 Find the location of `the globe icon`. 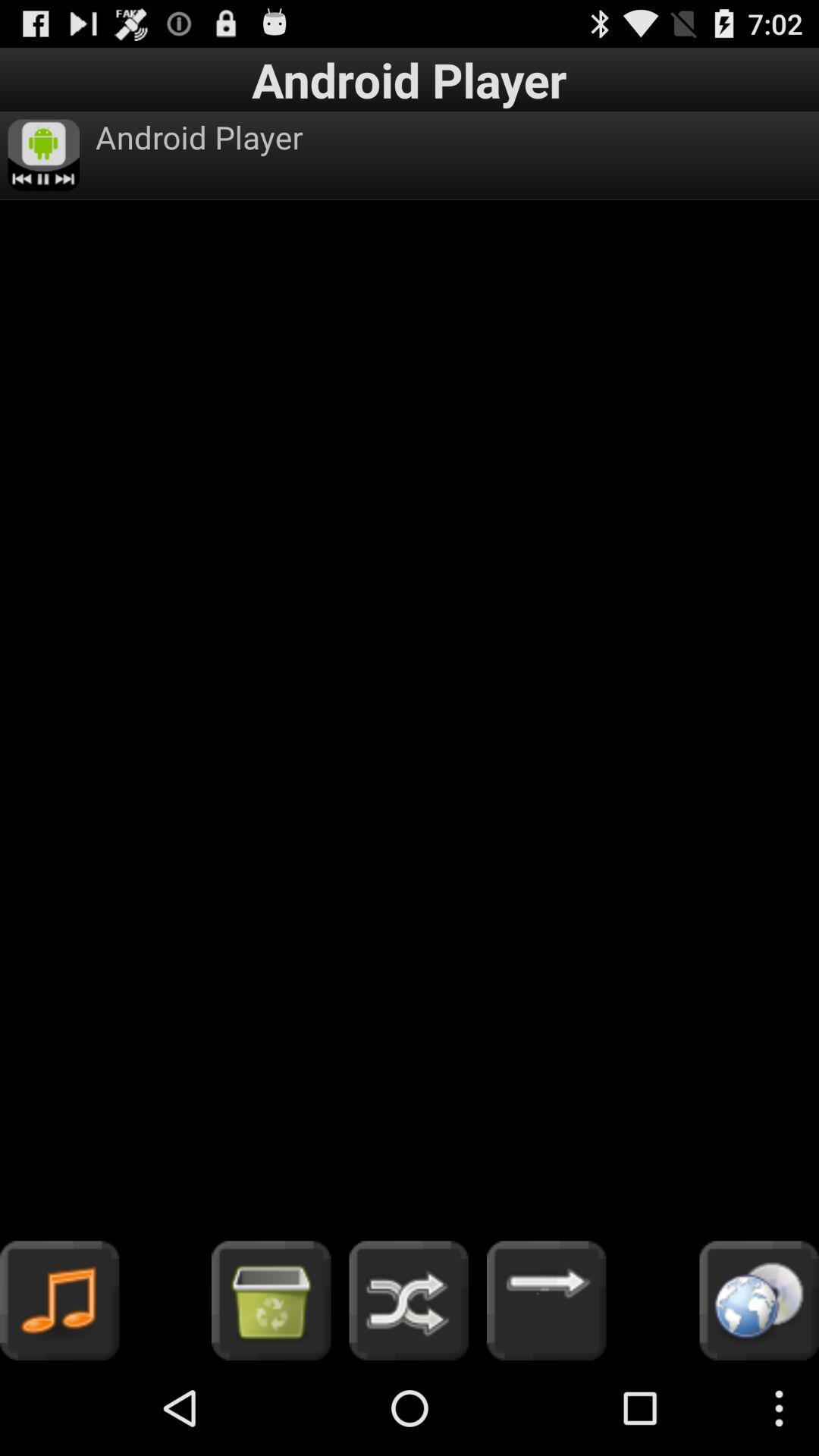

the globe icon is located at coordinates (759, 1392).